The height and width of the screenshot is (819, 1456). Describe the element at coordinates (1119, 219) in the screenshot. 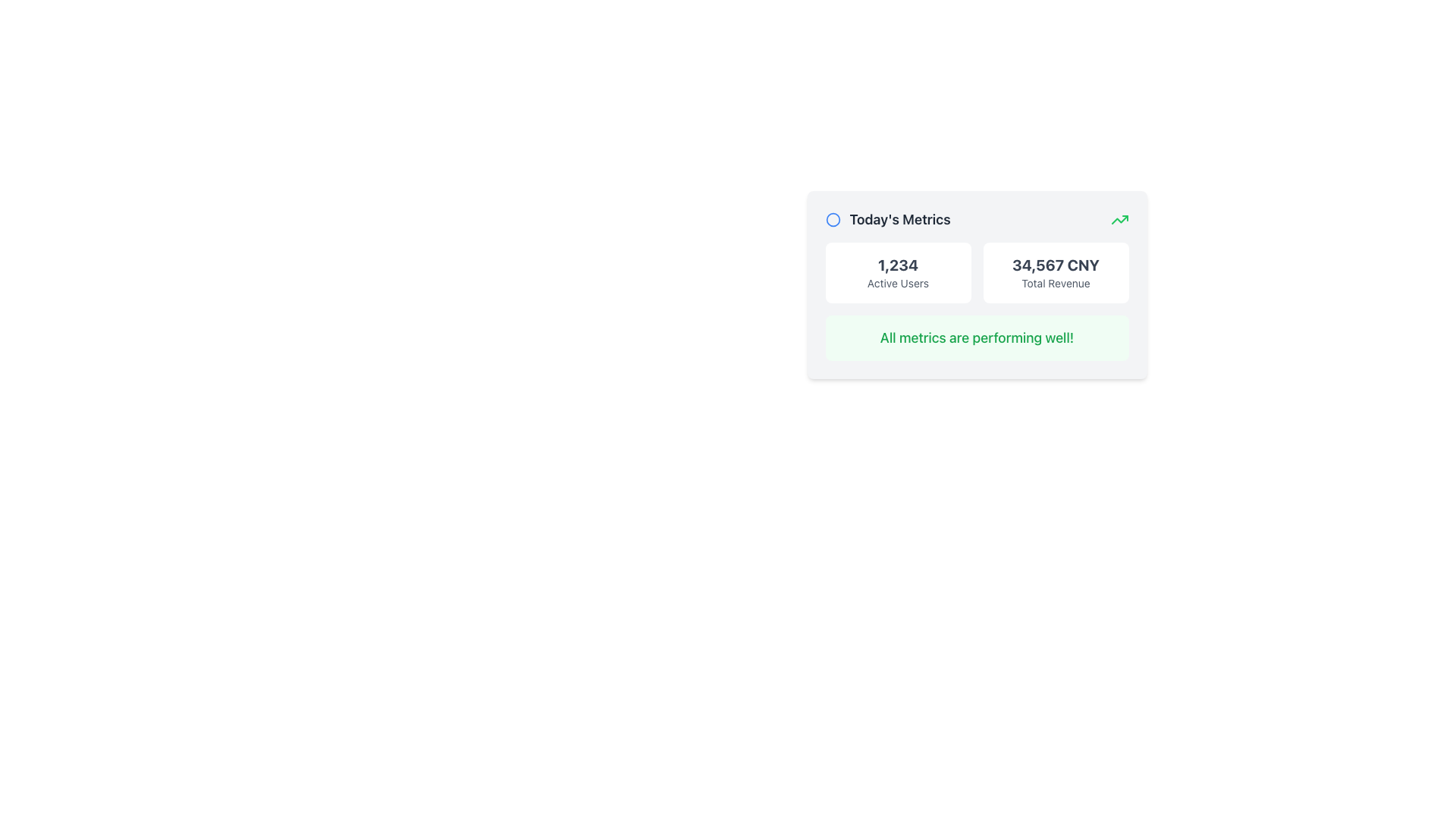

I see `the upward-trending green arrow icon located in the top-right corner of the 'Today's Metrics' section` at that location.